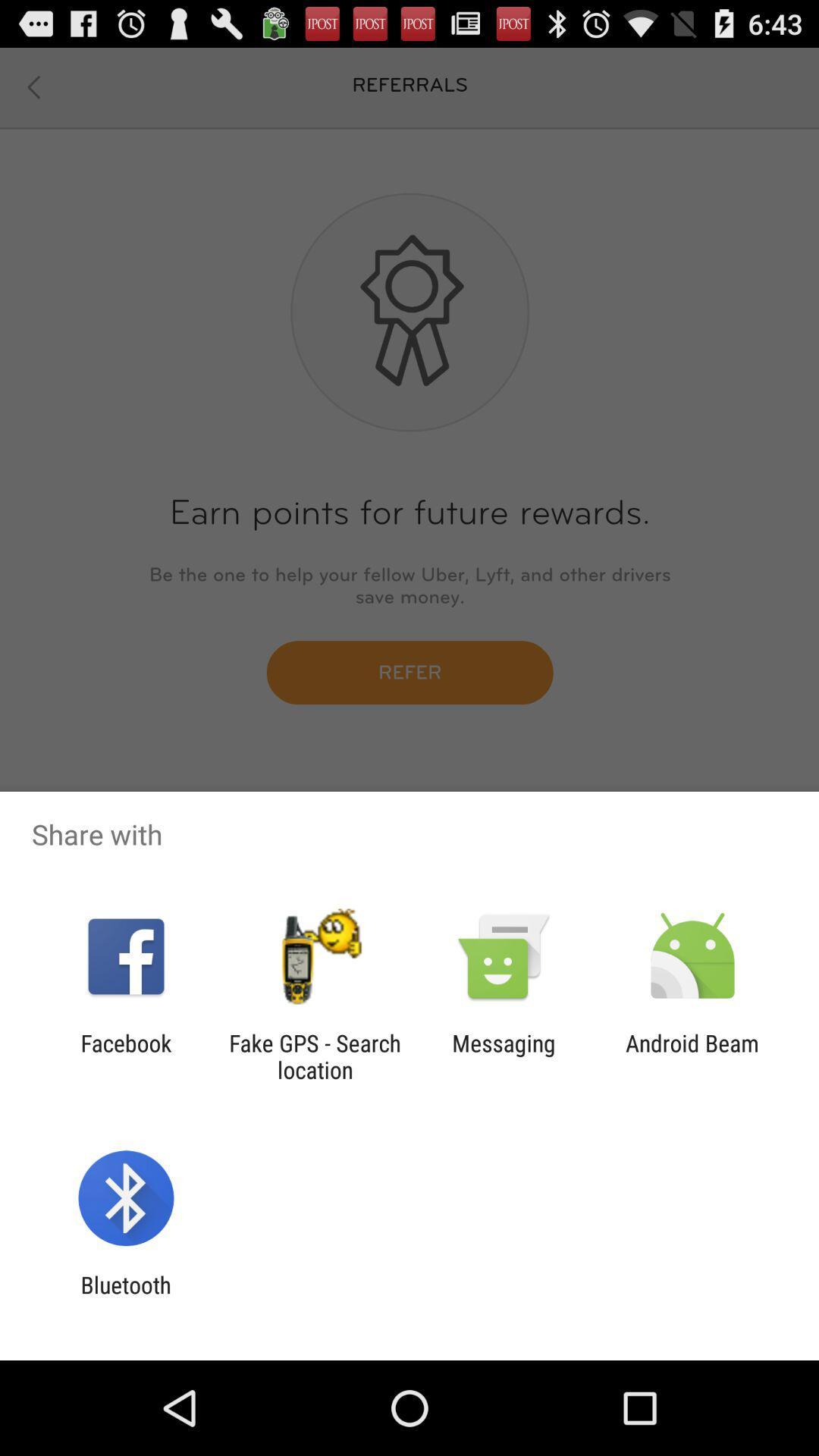  I want to click on icon at the bottom right corner, so click(692, 1056).